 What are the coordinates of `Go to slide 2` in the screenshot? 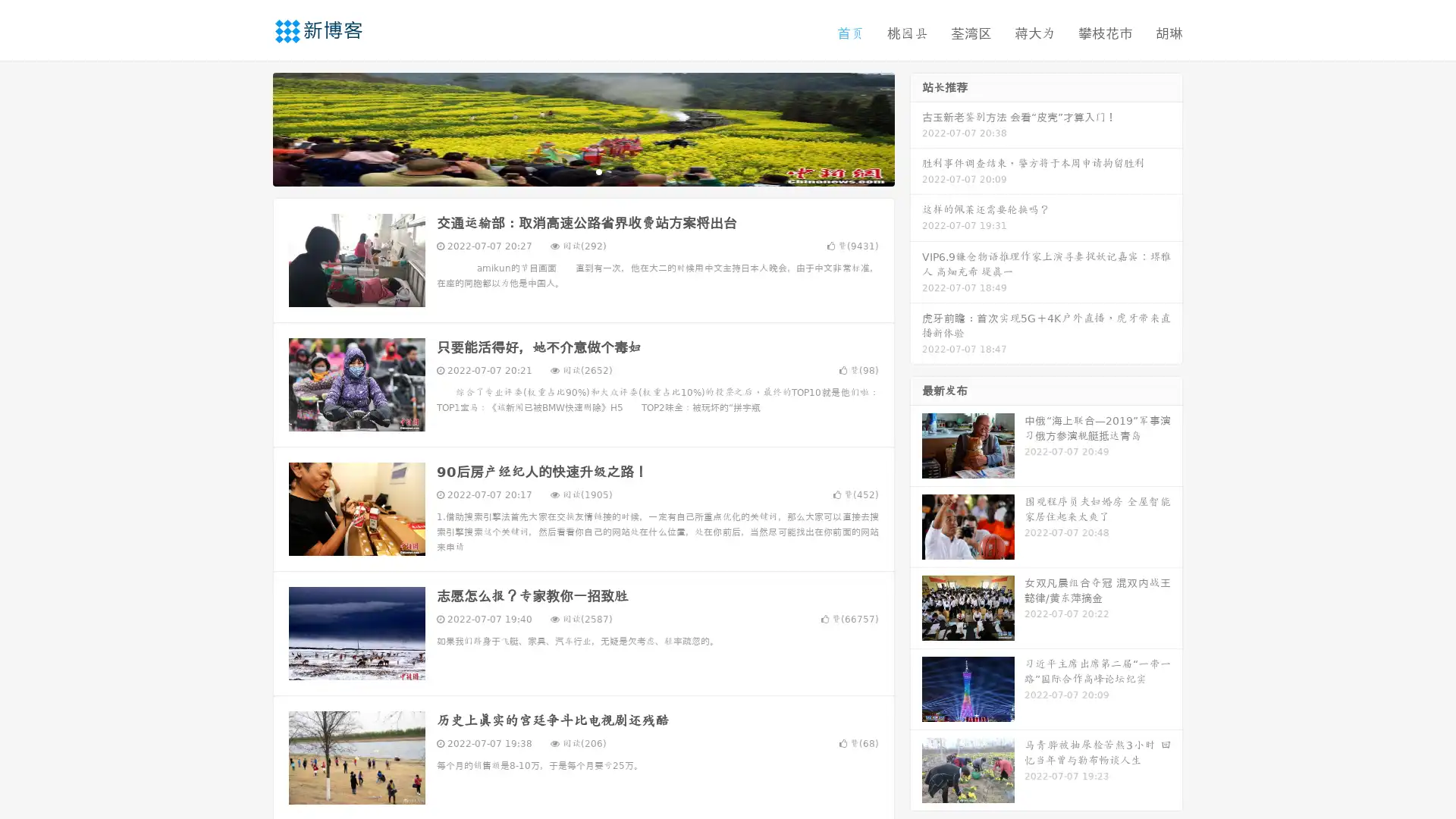 It's located at (582, 171).